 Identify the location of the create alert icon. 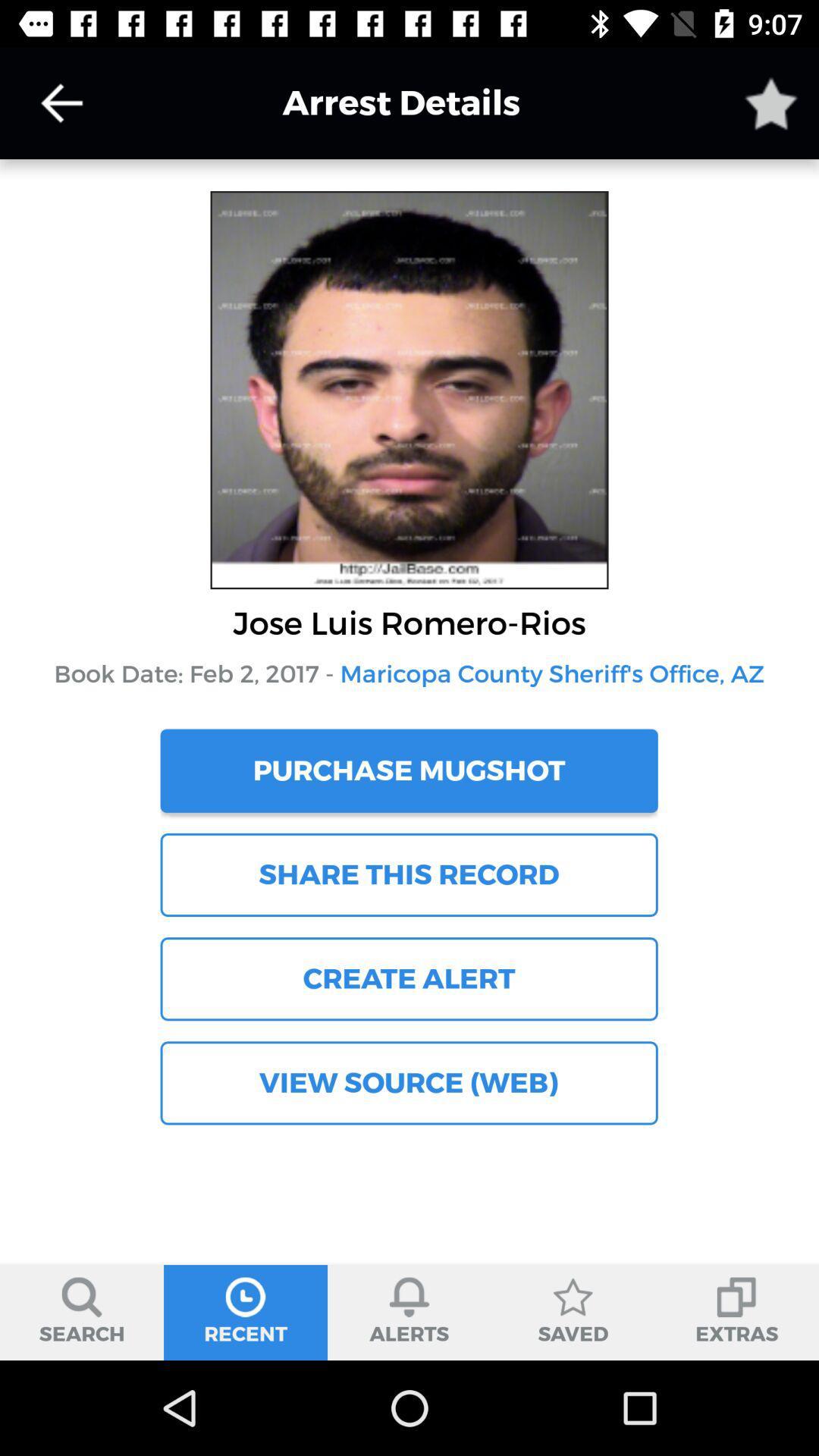
(408, 979).